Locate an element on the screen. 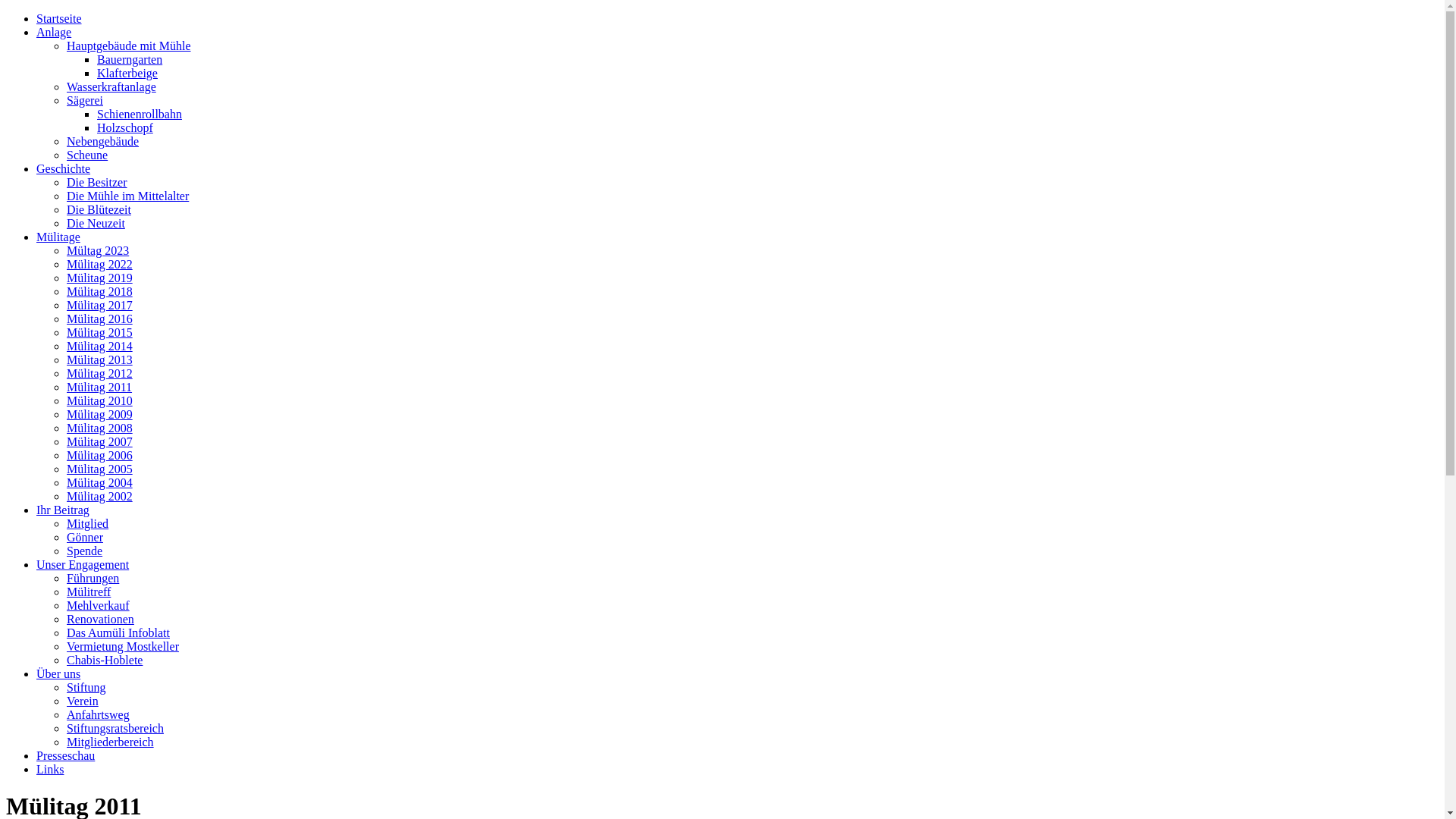  'Verein' is located at coordinates (65, 701).